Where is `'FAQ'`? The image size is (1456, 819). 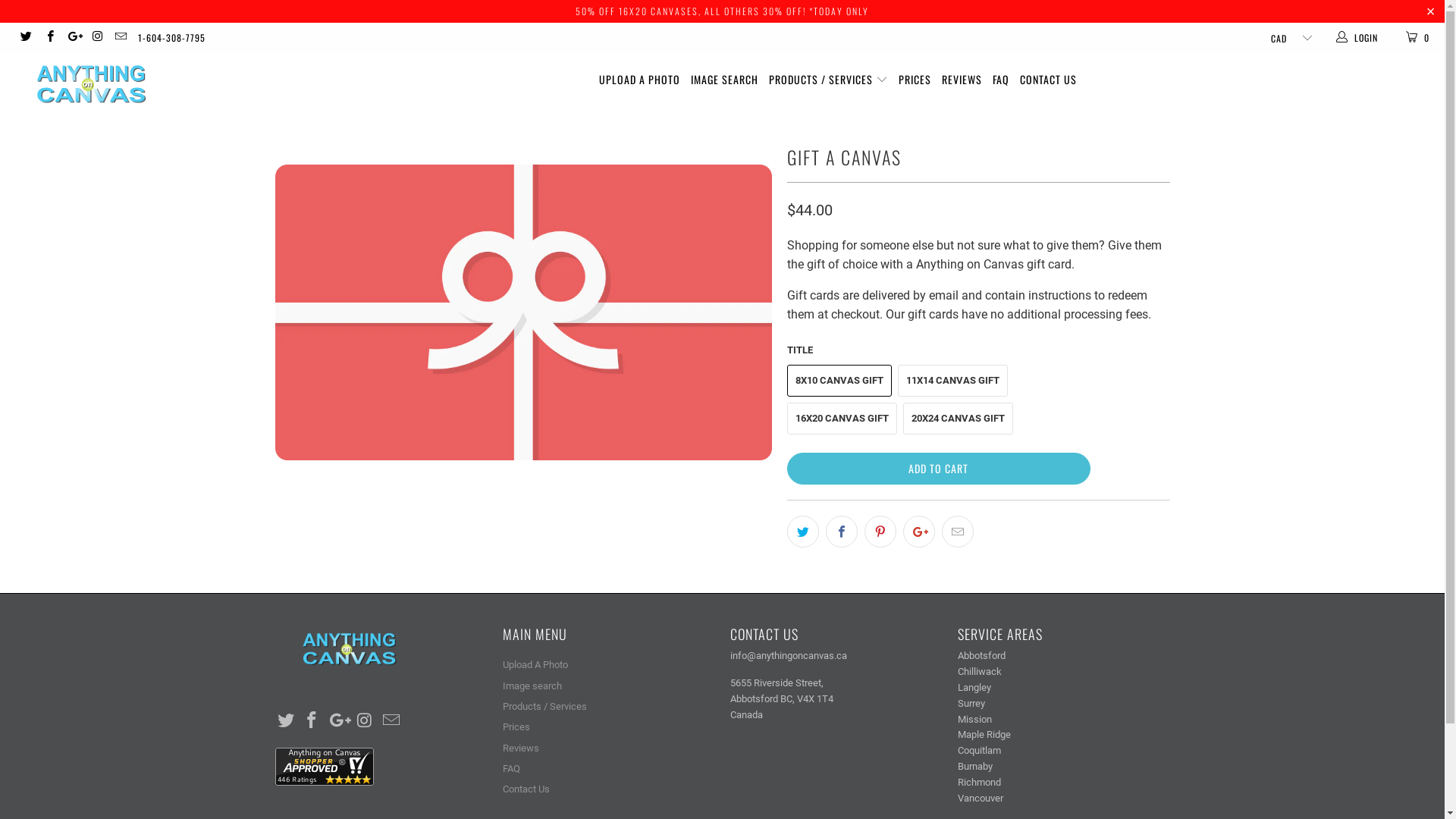 'FAQ' is located at coordinates (993, 80).